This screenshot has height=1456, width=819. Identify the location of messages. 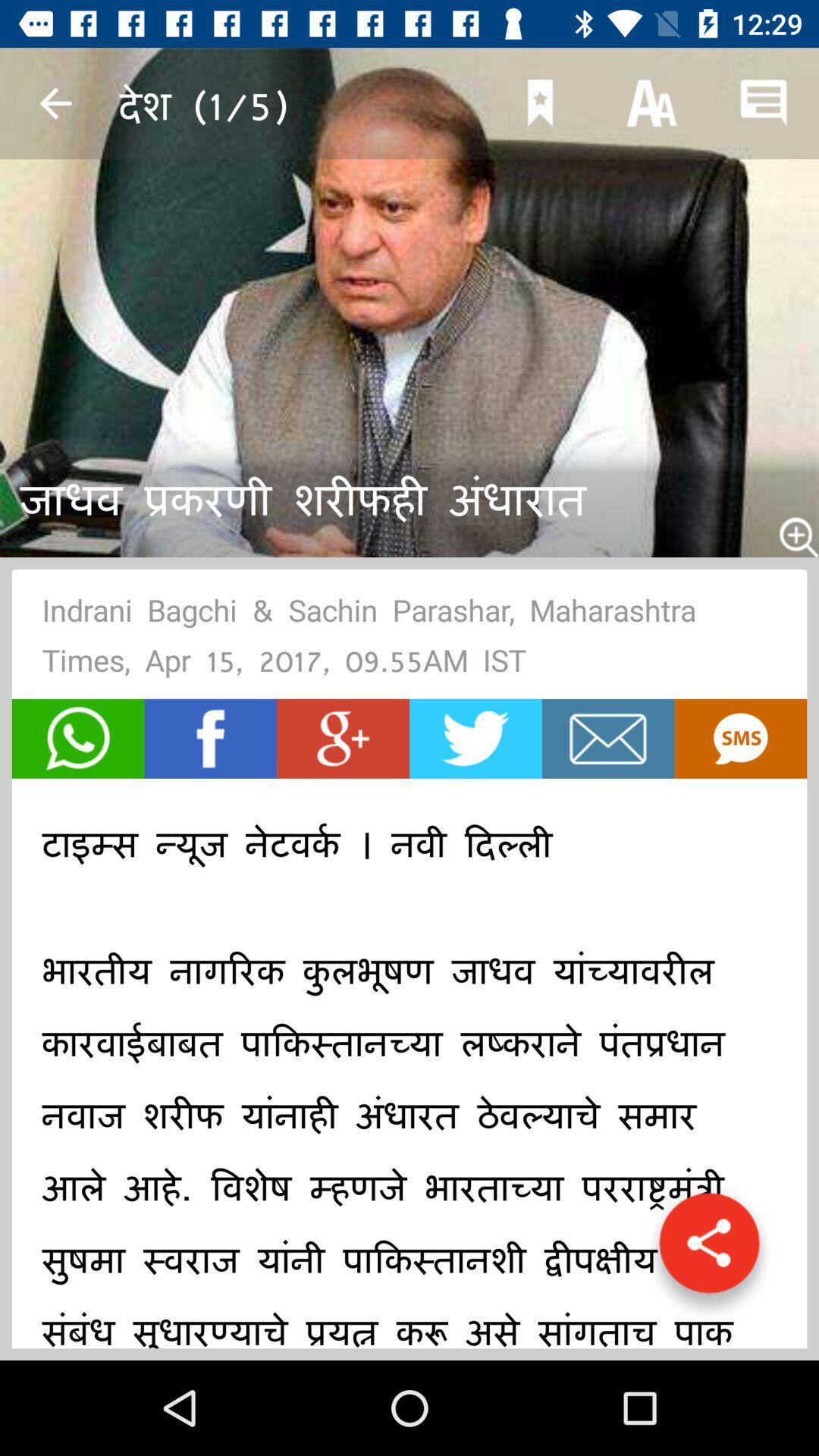
(607, 739).